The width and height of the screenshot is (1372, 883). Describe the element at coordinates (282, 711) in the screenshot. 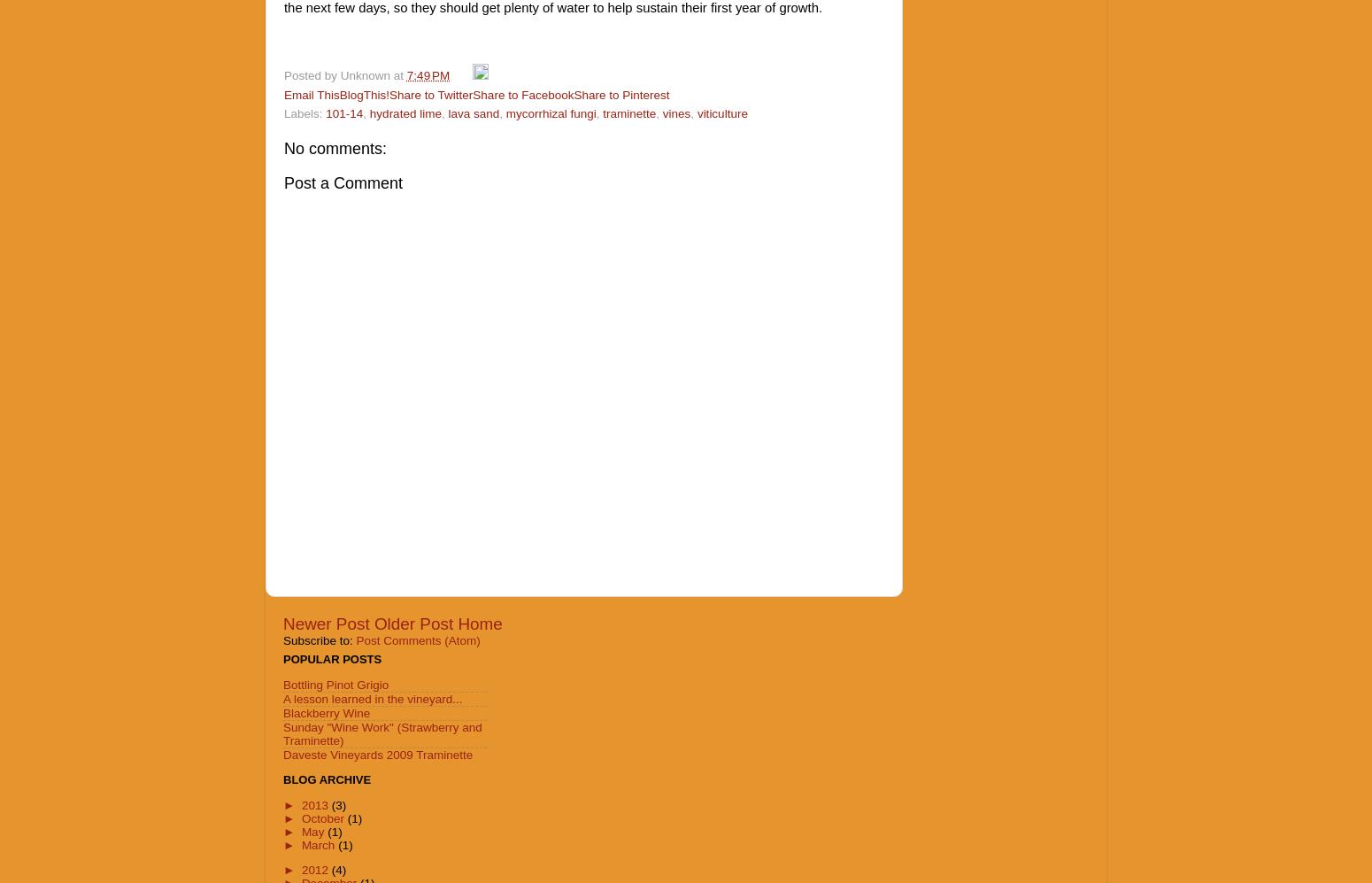

I see `'Blackberry Wine'` at that location.